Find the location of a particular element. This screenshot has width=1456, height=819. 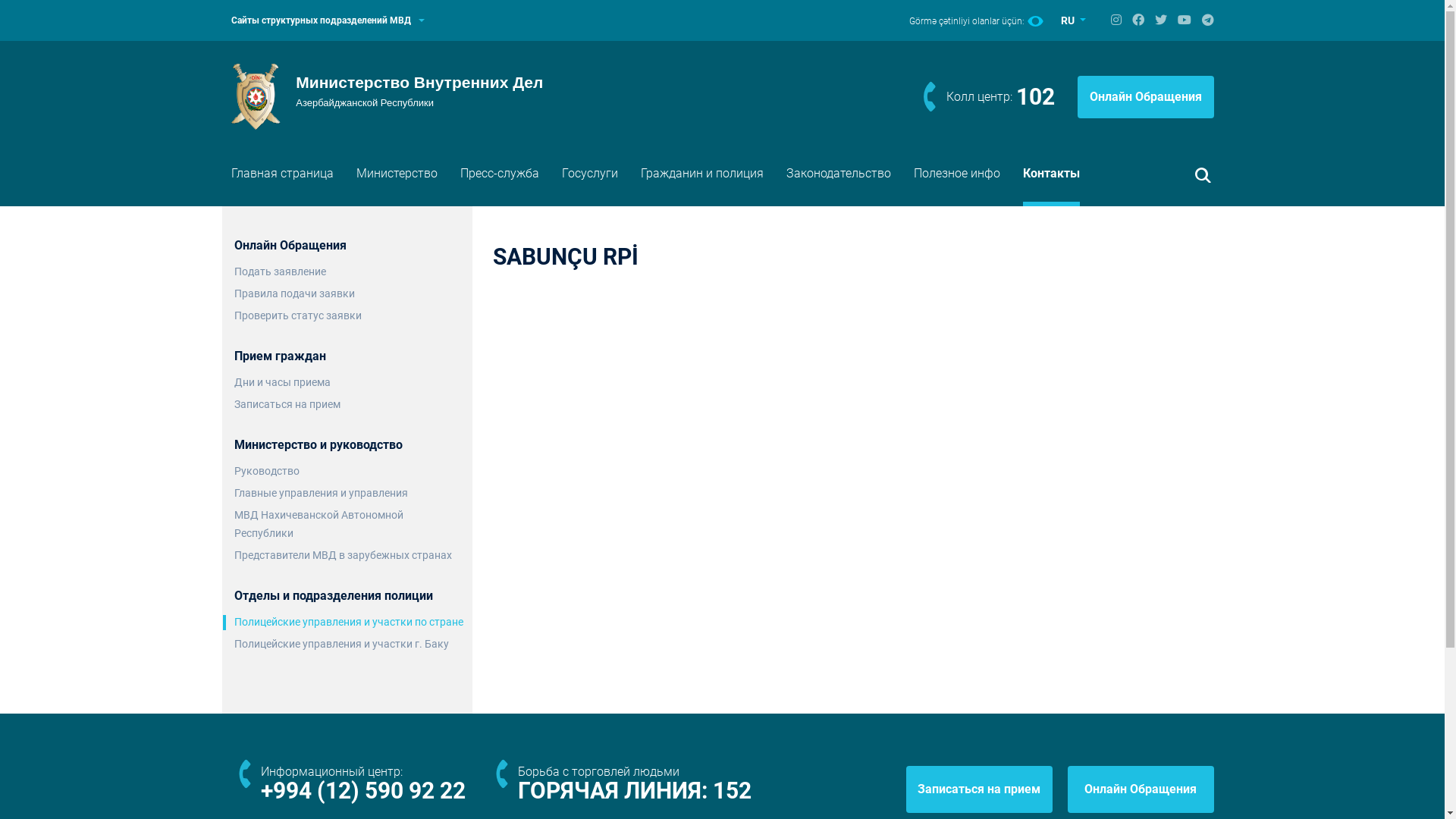

'102' is located at coordinates (1034, 96).